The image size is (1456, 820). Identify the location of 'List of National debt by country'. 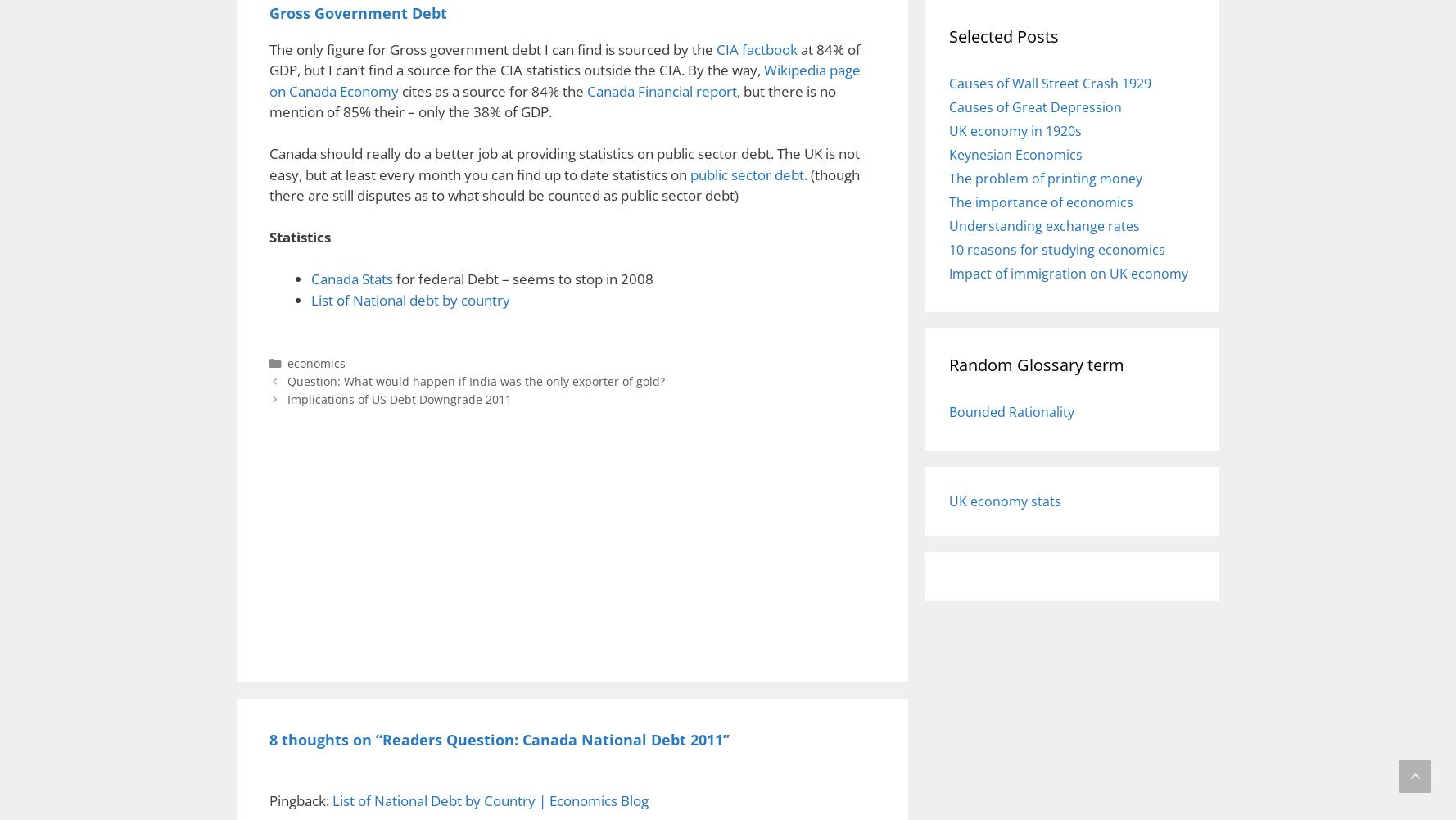
(409, 298).